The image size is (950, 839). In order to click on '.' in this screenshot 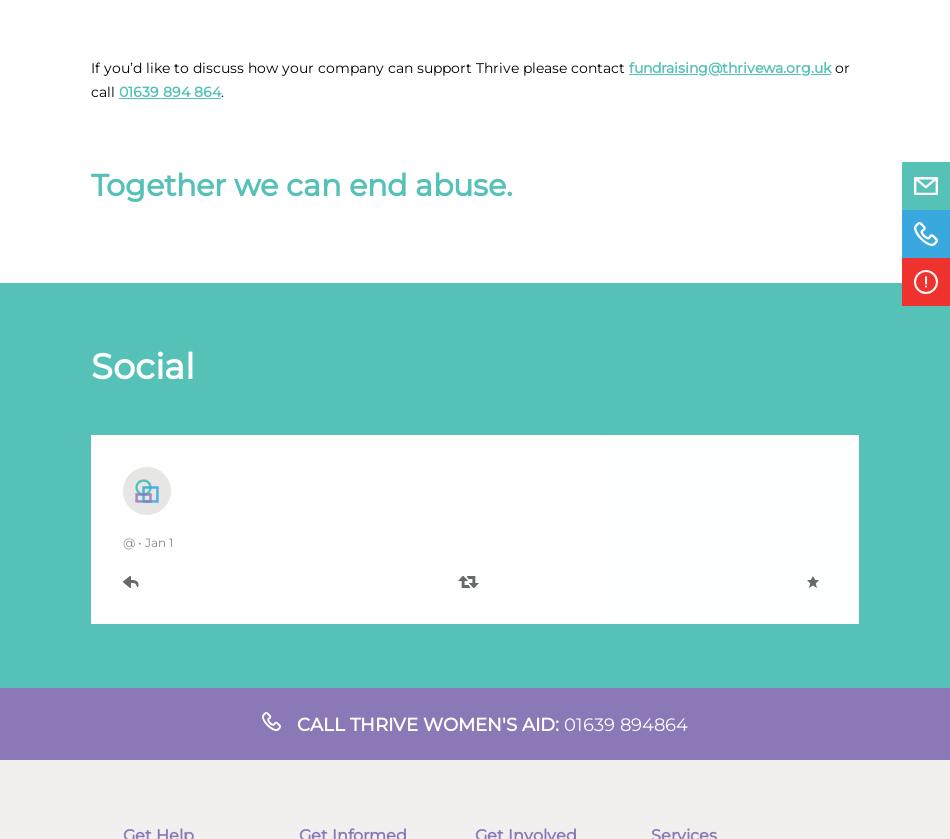, I will do `click(222, 92)`.